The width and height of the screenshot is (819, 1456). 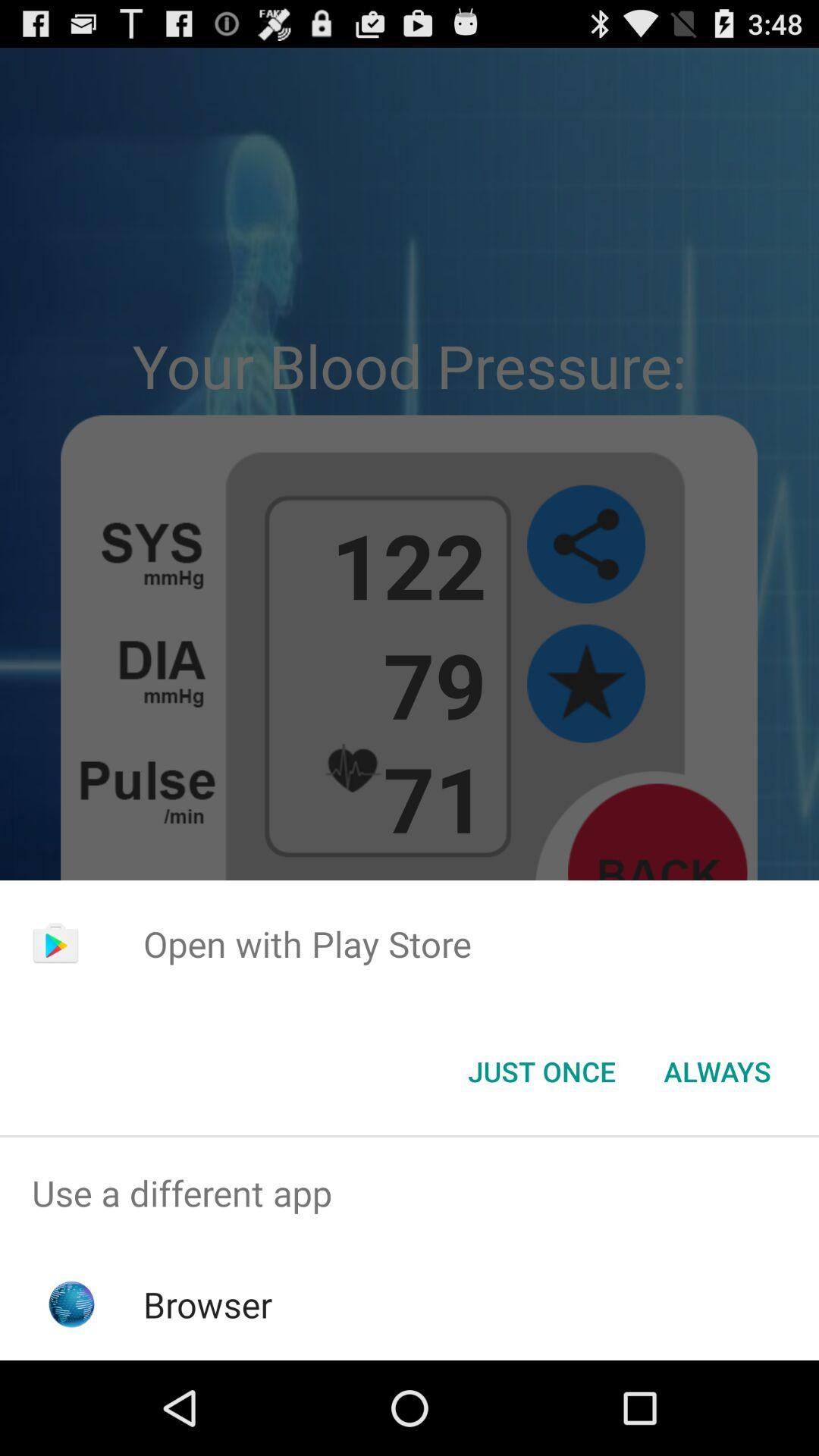 I want to click on the use a different icon, so click(x=409, y=1192).